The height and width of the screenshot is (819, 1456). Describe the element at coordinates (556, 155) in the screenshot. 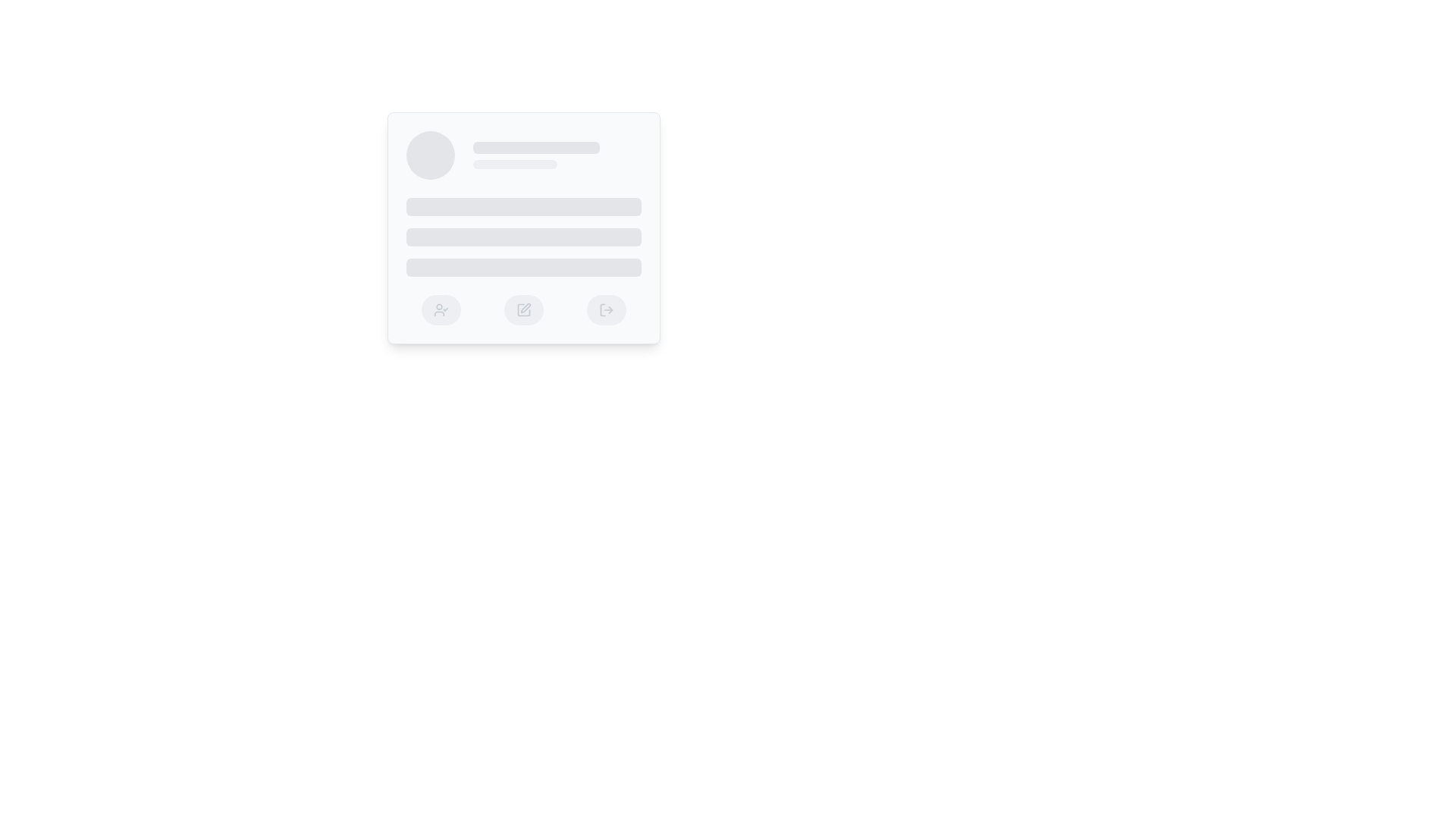

I see `the Loading Placeholder, which indicates loading content within a card or profile layout, located to the right of a circular profile picture placeholder and above smaller rectangular placeholders` at that location.